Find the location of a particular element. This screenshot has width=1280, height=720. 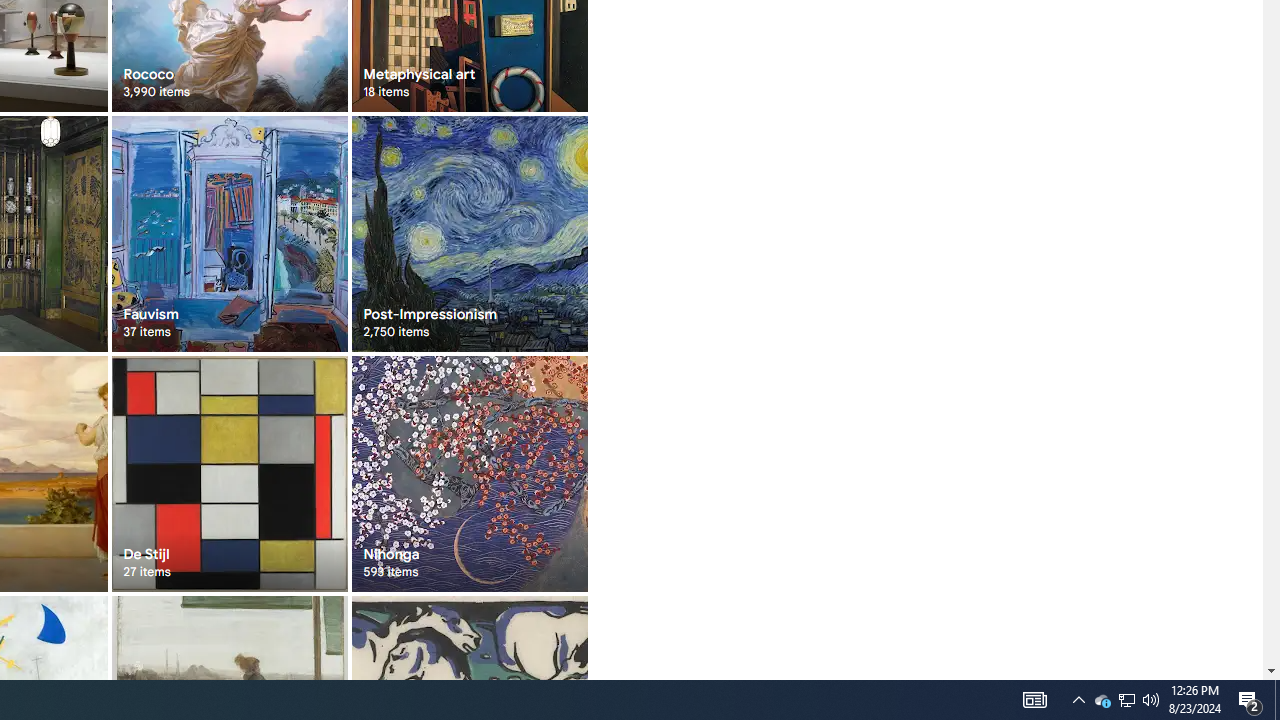

'De Stijl 27 items' is located at coordinates (229, 473).